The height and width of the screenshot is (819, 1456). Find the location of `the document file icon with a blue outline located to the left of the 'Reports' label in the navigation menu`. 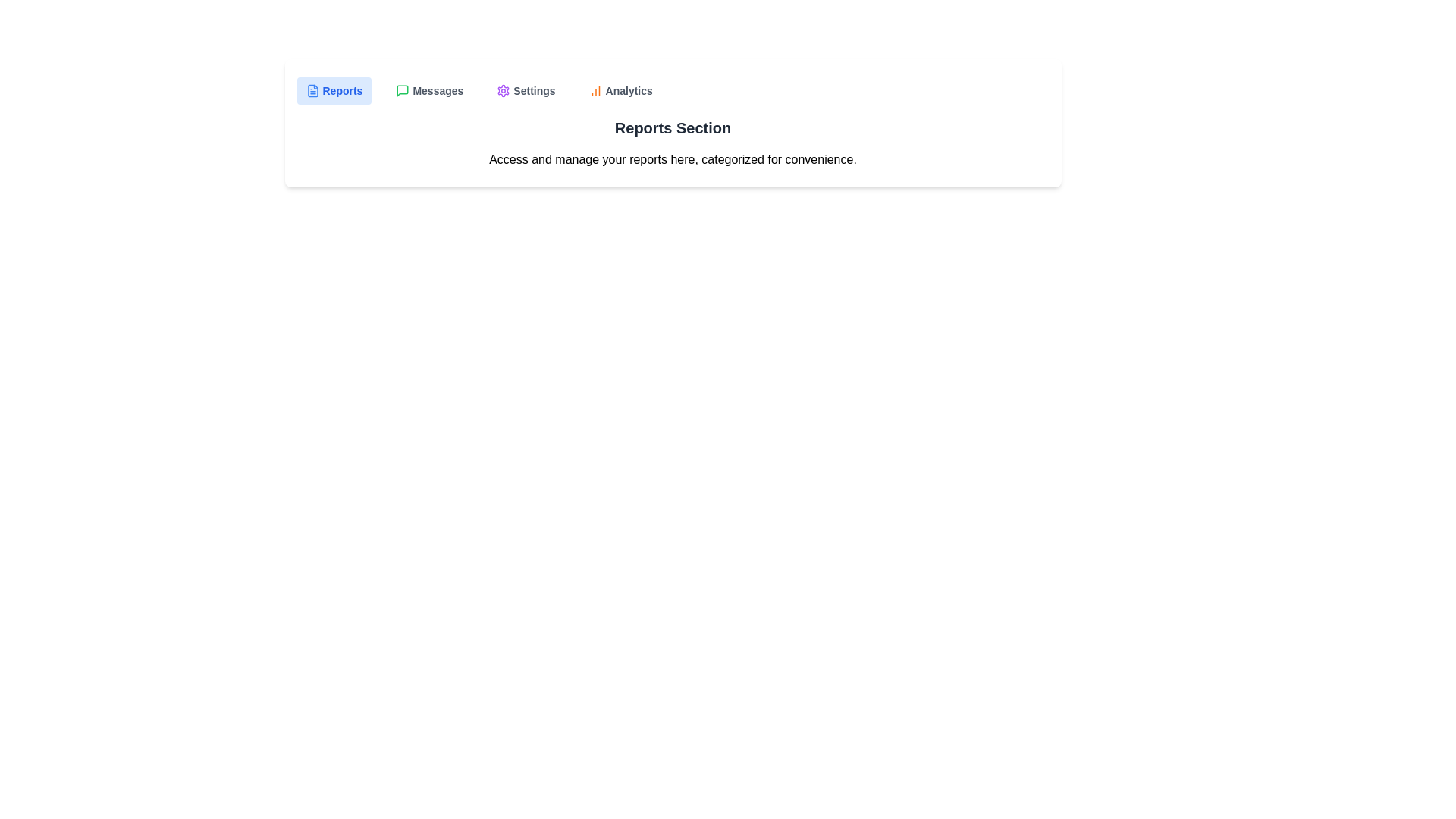

the document file icon with a blue outline located to the left of the 'Reports' label in the navigation menu is located at coordinates (312, 90).